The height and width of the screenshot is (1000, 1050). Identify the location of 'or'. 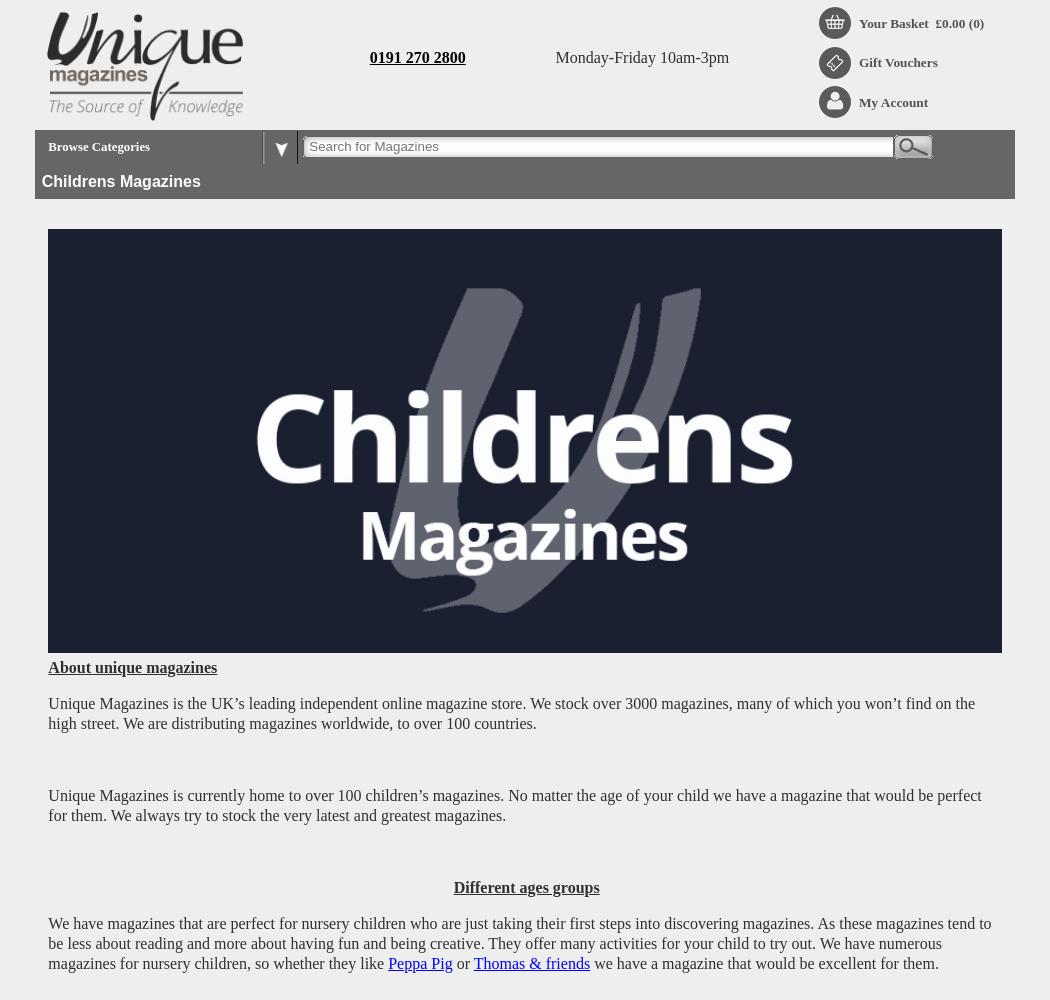
(462, 961).